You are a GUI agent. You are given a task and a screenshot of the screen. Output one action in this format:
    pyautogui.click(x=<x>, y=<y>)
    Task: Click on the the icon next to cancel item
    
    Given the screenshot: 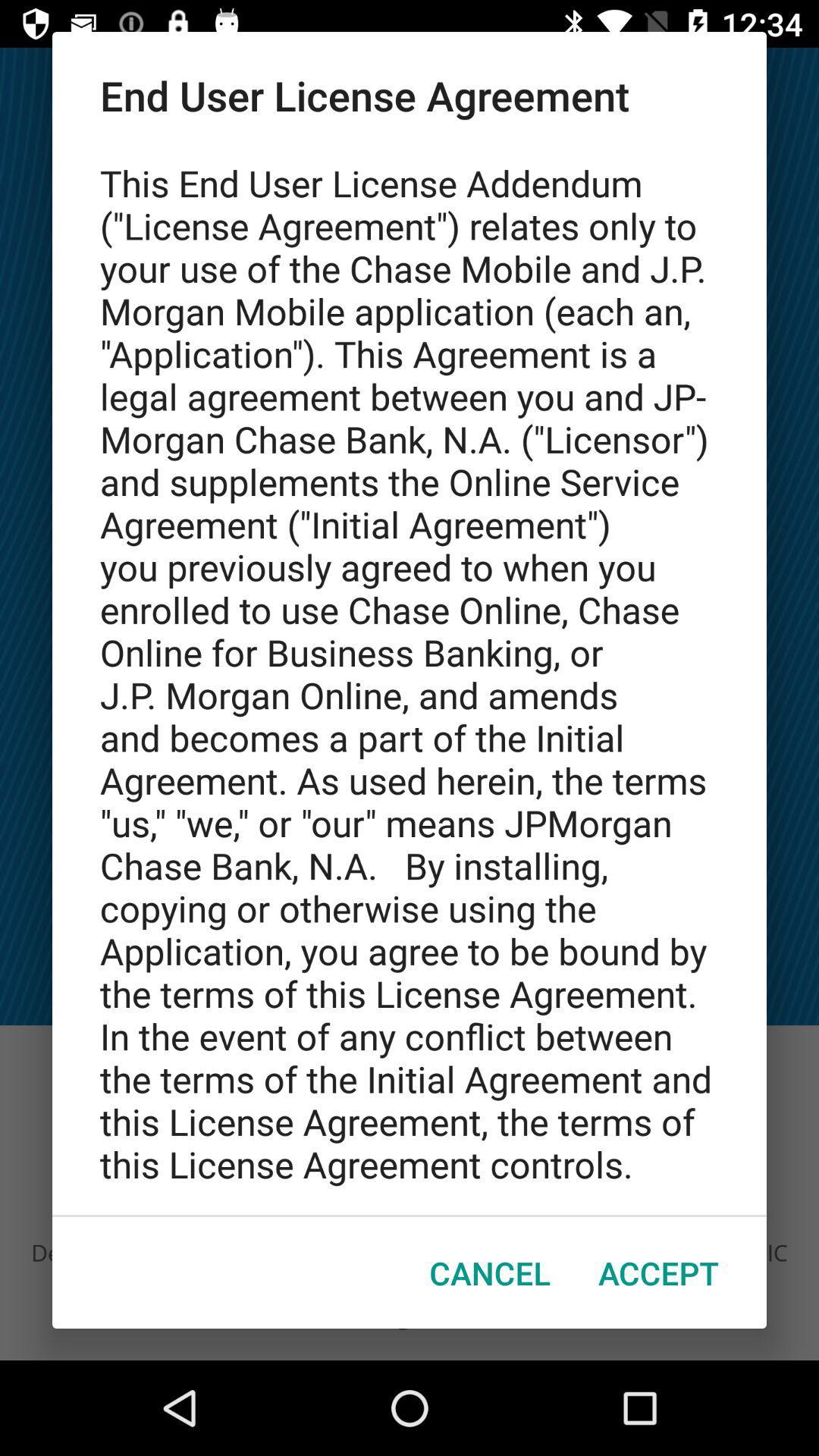 What is the action you would take?
    pyautogui.click(x=657, y=1272)
    